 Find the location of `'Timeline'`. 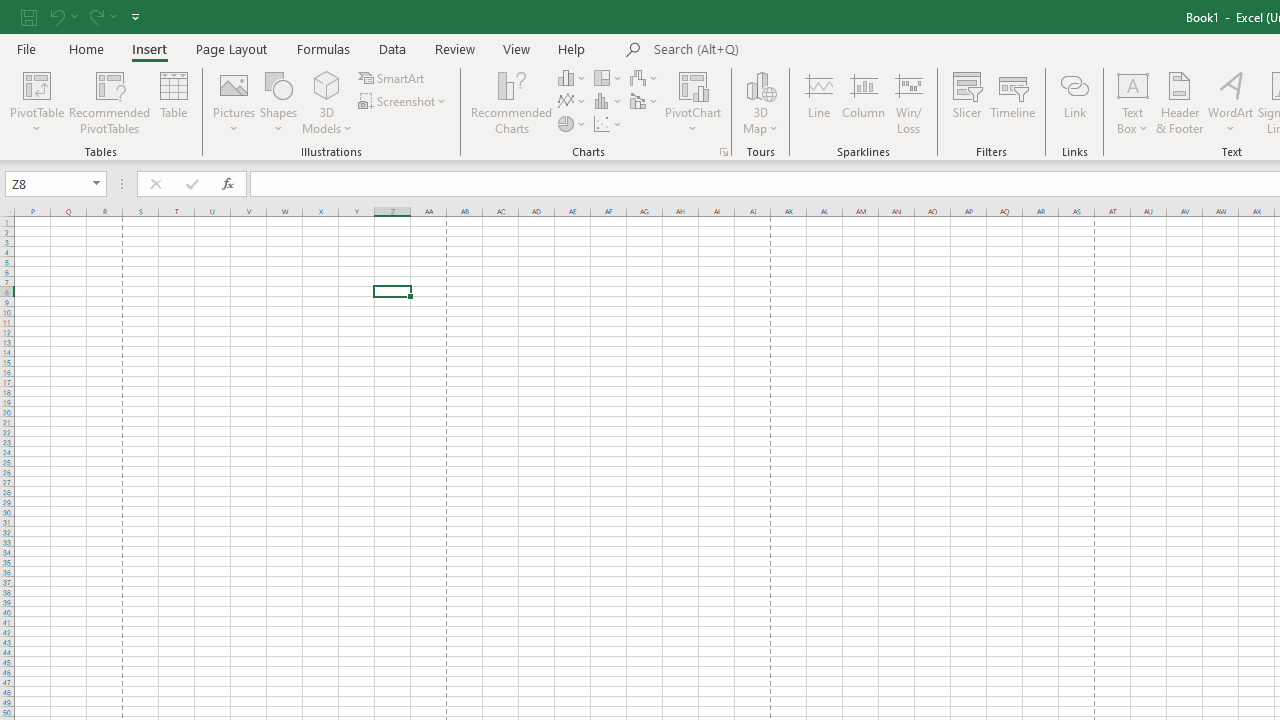

'Timeline' is located at coordinates (1013, 103).